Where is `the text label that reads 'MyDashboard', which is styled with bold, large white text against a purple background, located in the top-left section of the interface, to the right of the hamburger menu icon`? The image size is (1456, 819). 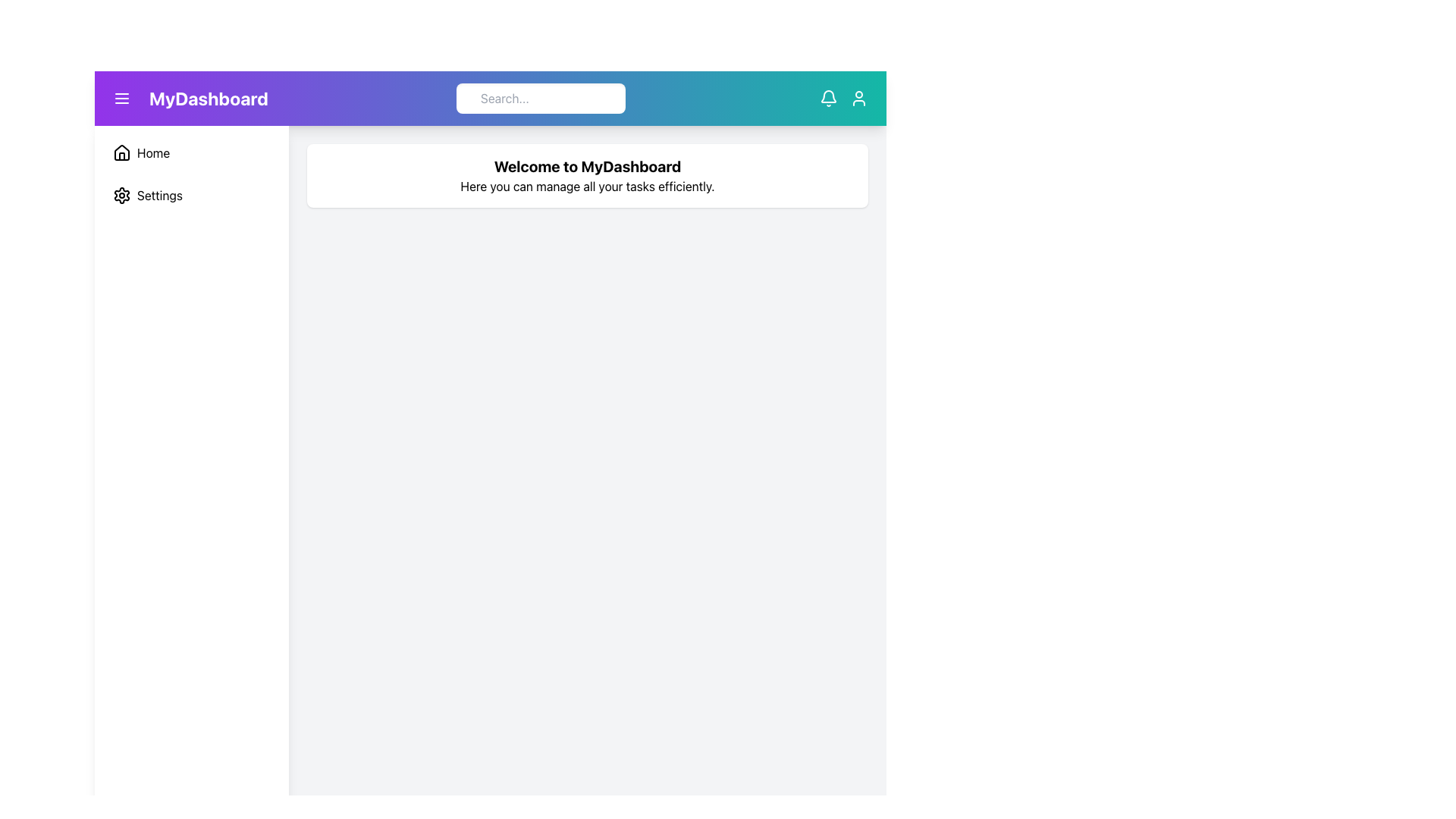 the text label that reads 'MyDashboard', which is styled with bold, large white text against a purple background, located in the top-left section of the interface, to the right of the hamburger menu icon is located at coordinates (208, 99).